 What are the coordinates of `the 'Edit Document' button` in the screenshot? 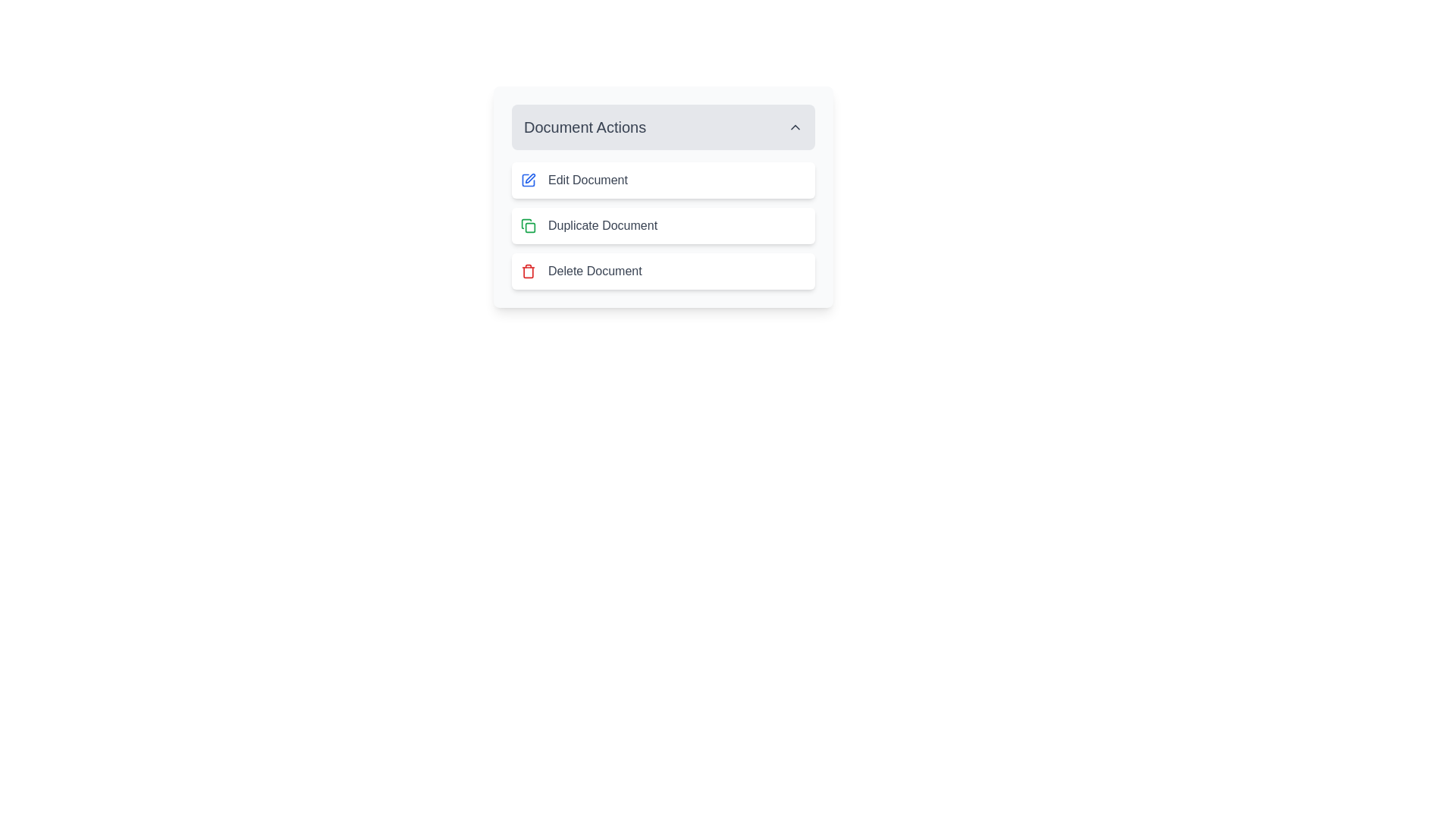 It's located at (663, 180).